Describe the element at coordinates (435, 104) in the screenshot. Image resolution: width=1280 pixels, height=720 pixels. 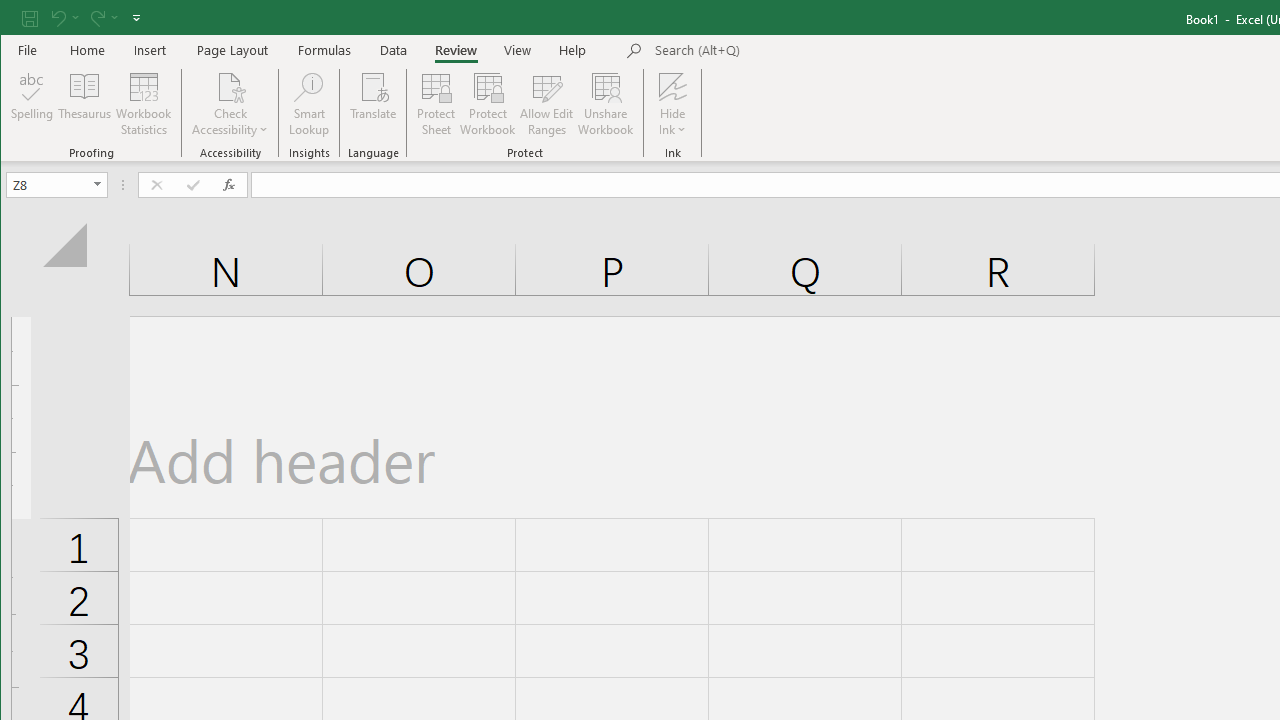
I see `'Protect Sheet...'` at that location.